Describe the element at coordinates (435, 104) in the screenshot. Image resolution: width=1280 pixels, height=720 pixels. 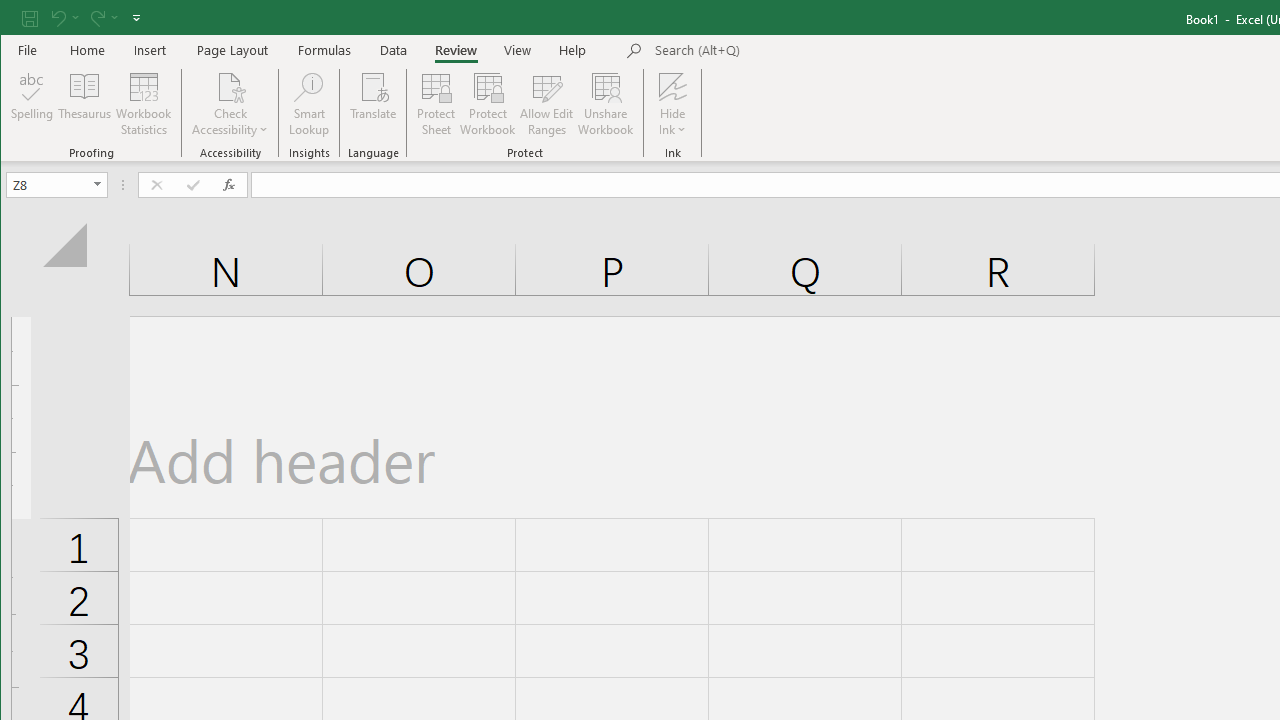
I see `'Protect Sheet...'` at that location.